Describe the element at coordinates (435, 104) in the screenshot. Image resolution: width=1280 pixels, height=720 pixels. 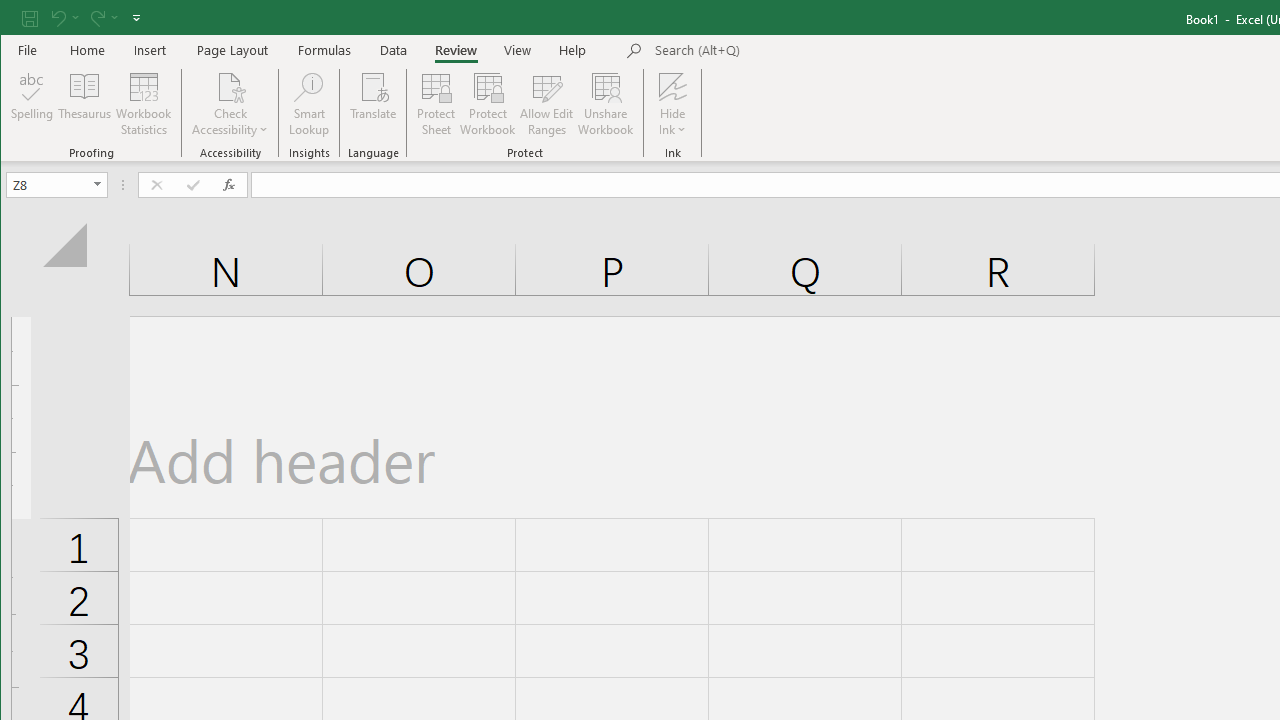
I see `'Protect Sheet...'` at that location.